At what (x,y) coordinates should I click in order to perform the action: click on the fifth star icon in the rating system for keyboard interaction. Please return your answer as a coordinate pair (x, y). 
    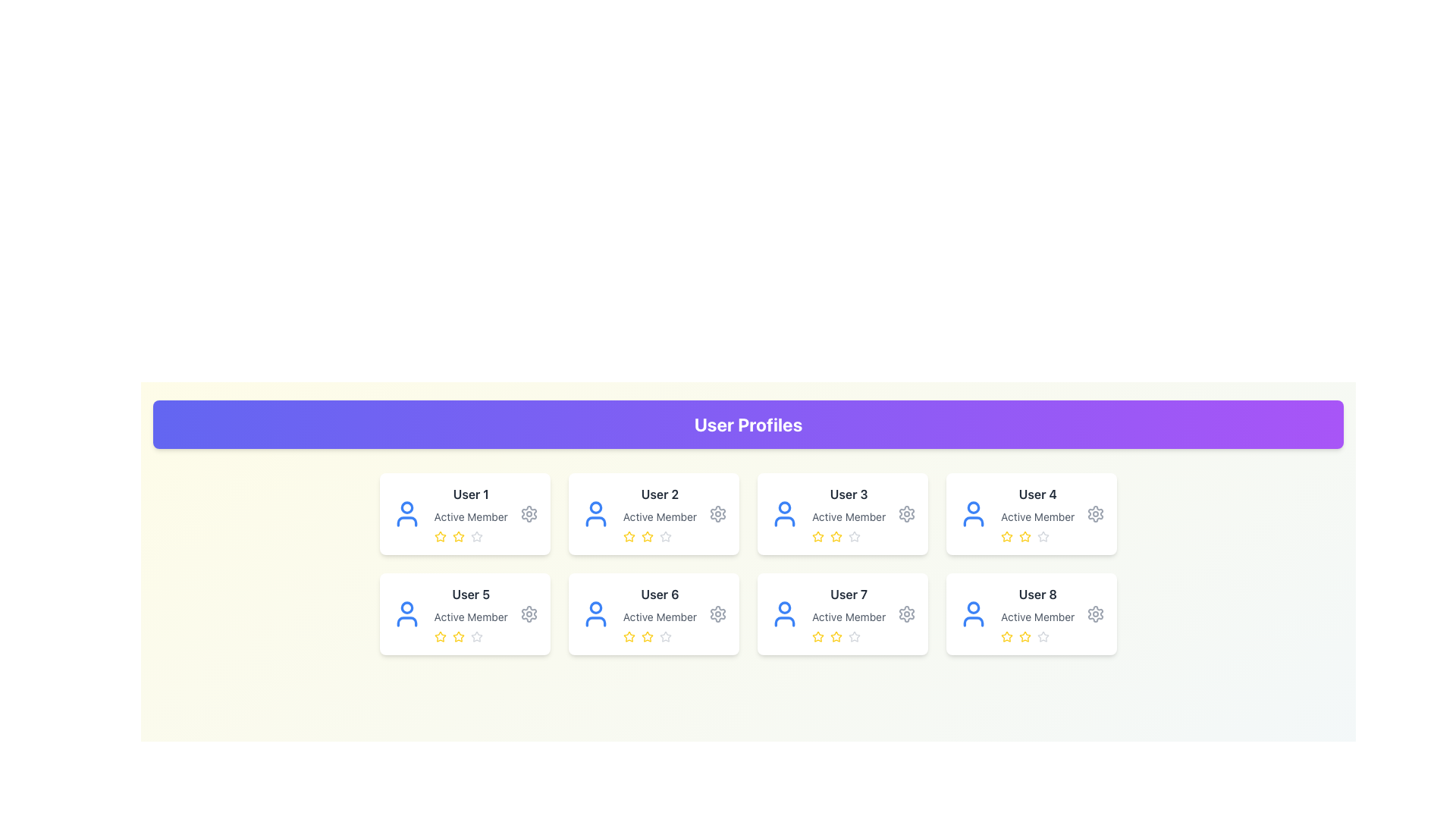
    Looking at the image, I should click on (855, 536).